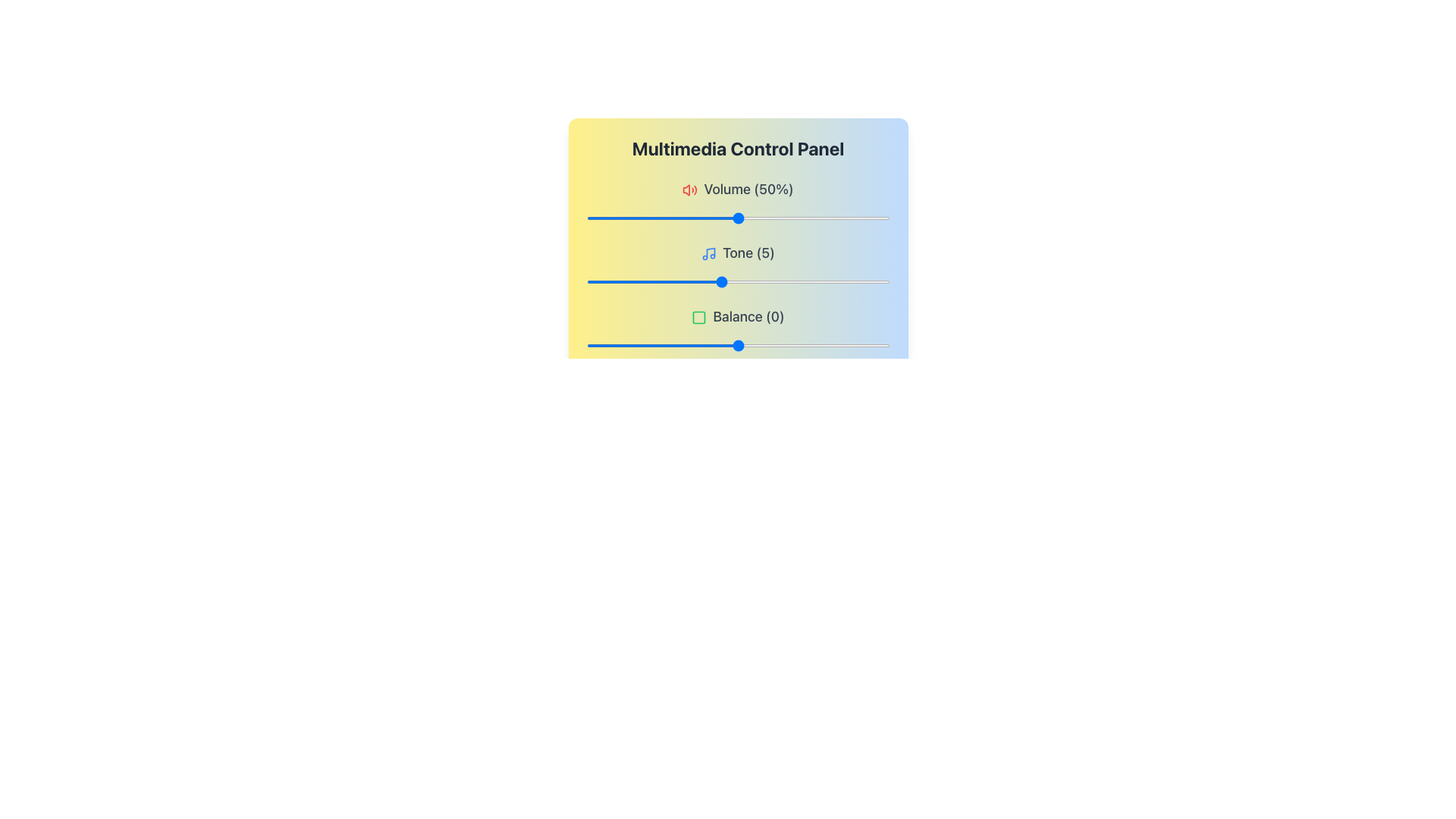  What do you see at coordinates (716, 345) in the screenshot?
I see `the balance` at bounding box center [716, 345].